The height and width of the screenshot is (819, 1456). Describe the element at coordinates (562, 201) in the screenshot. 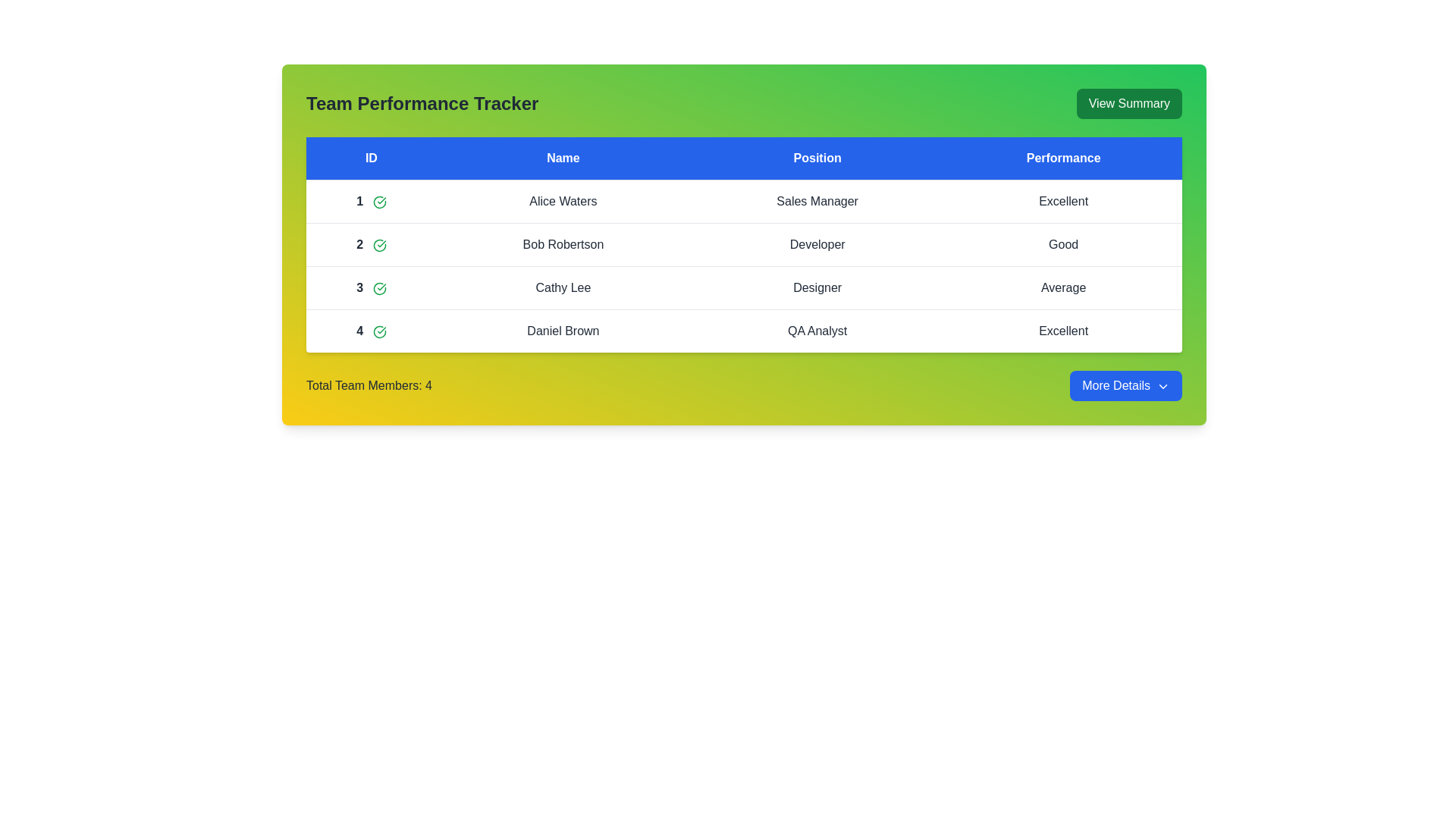

I see `the row corresponding to employee Alice Waters to inspect their details` at that location.